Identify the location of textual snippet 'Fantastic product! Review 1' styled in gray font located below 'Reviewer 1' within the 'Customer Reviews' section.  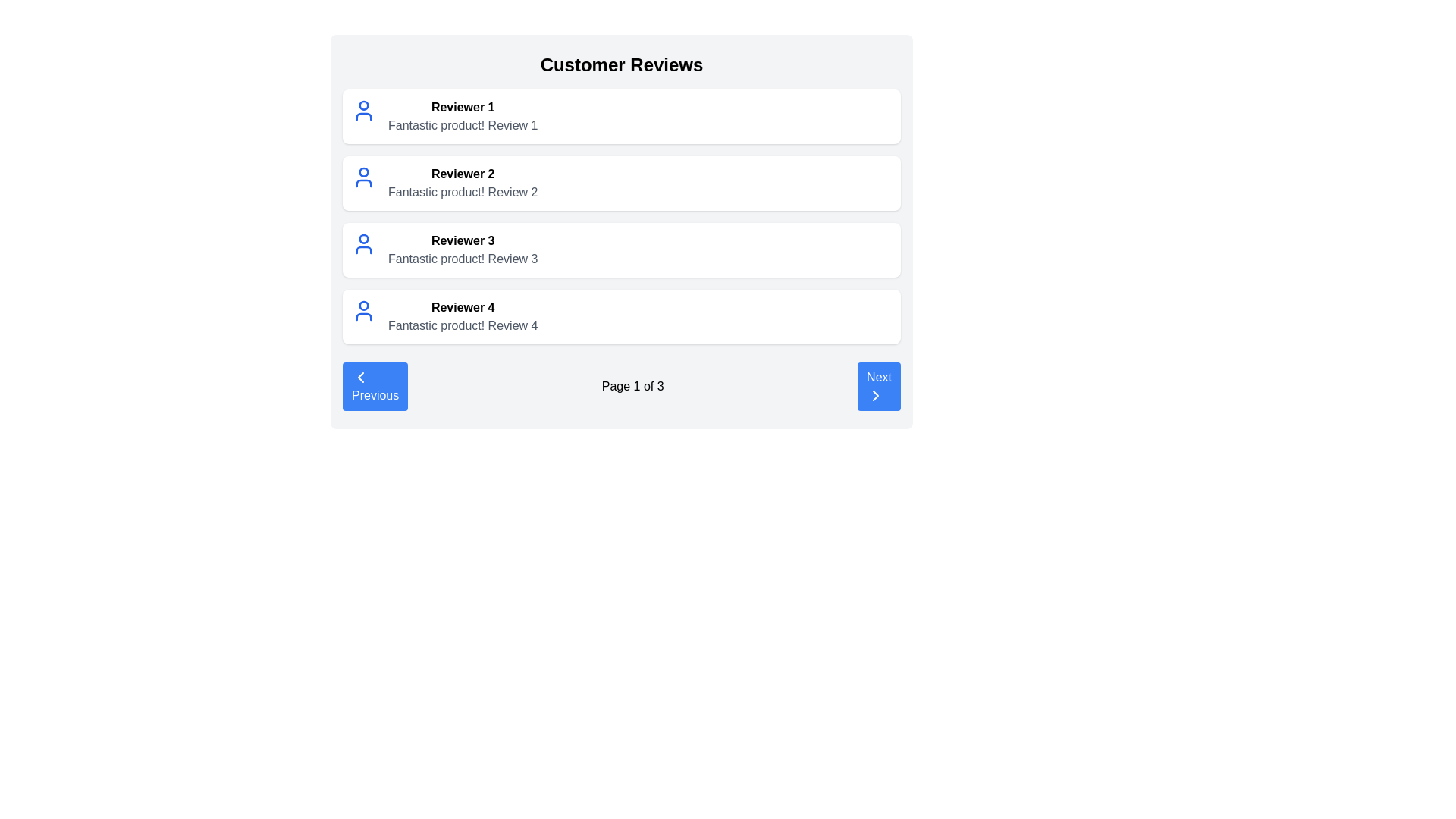
(462, 124).